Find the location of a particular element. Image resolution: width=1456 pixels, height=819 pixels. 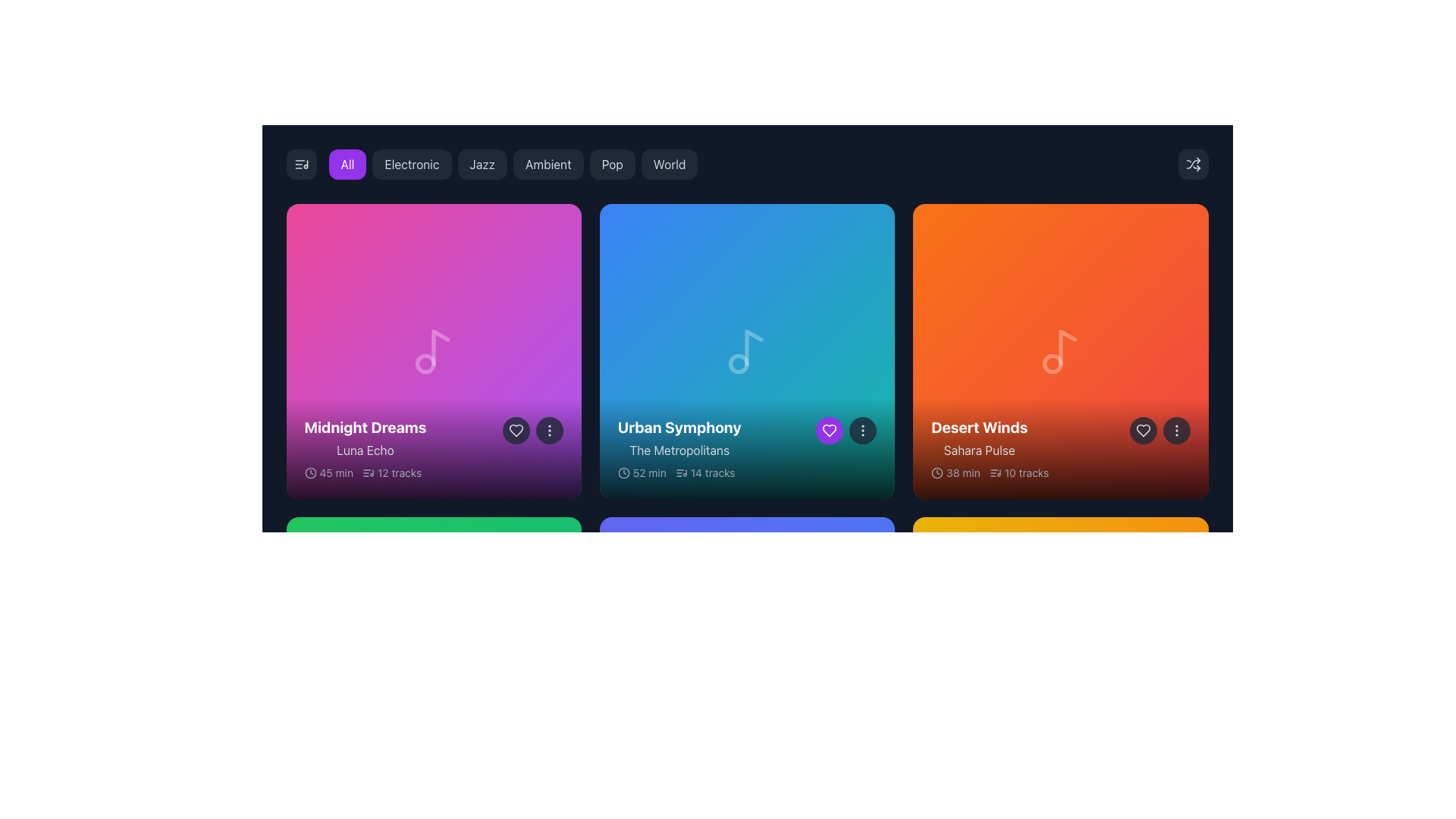

the 'Jazz' button, which is a rectangular button with rounded corners, containing light gray text on a dark gray background, to filter content by Jazz is located at coordinates (482, 164).